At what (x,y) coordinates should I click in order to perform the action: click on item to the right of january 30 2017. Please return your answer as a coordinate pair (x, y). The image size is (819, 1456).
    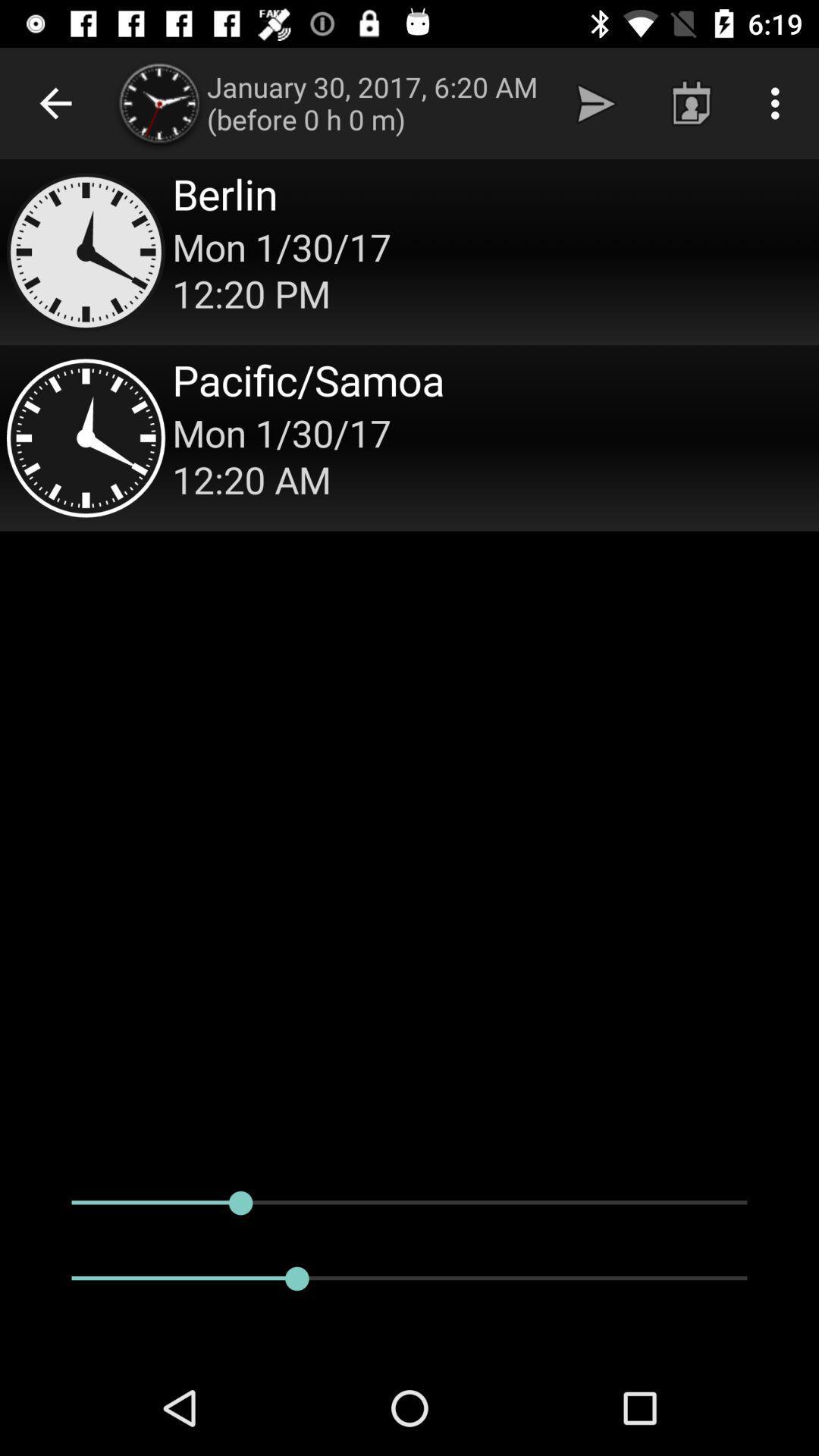
    Looking at the image, I should click on (595, 102).